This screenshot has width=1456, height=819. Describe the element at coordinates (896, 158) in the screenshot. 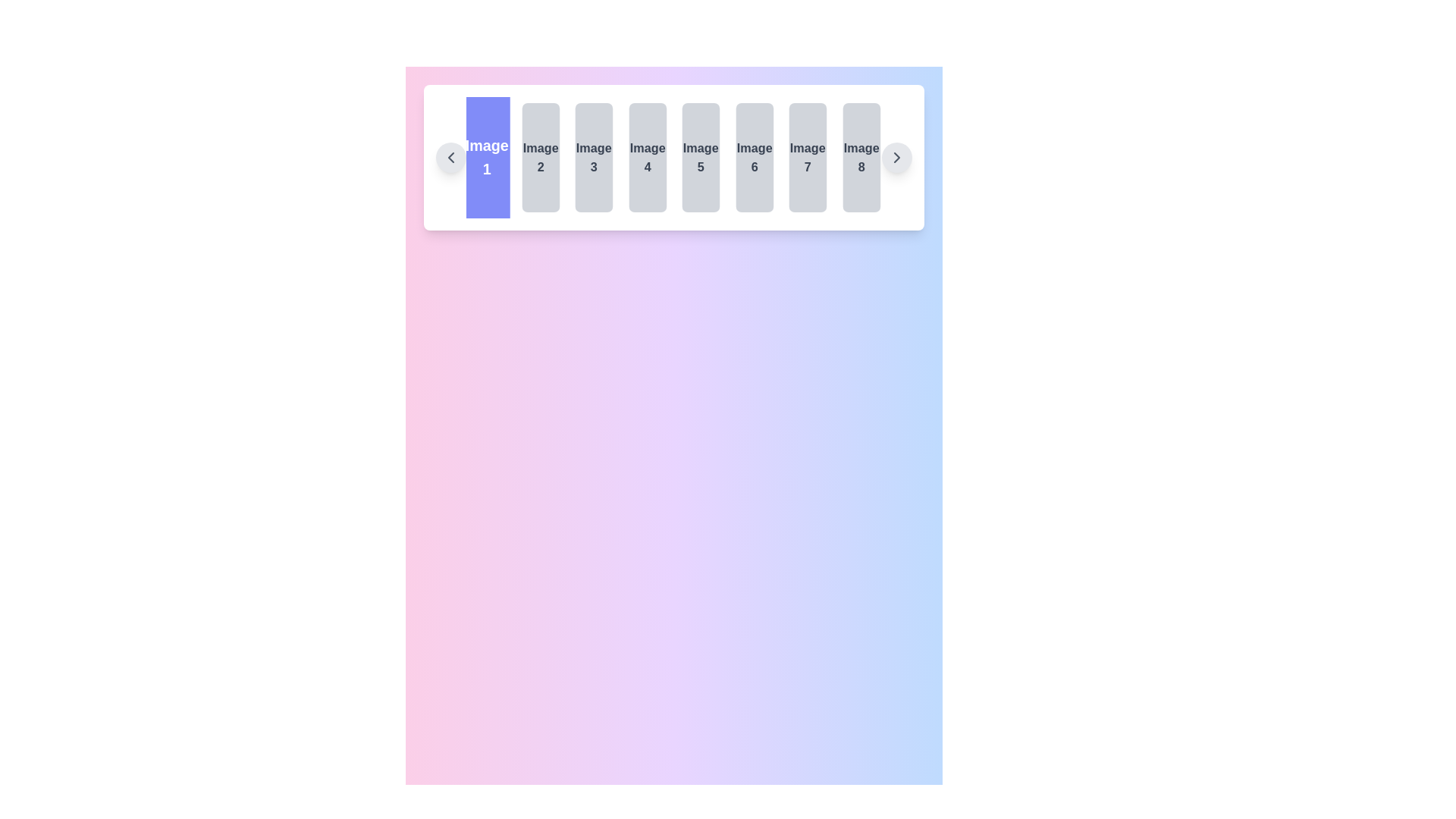

I see `the chevron icon within the circular button at the far-right end of the horizontal carousel to navigate to the next set of images or content items` at that location.